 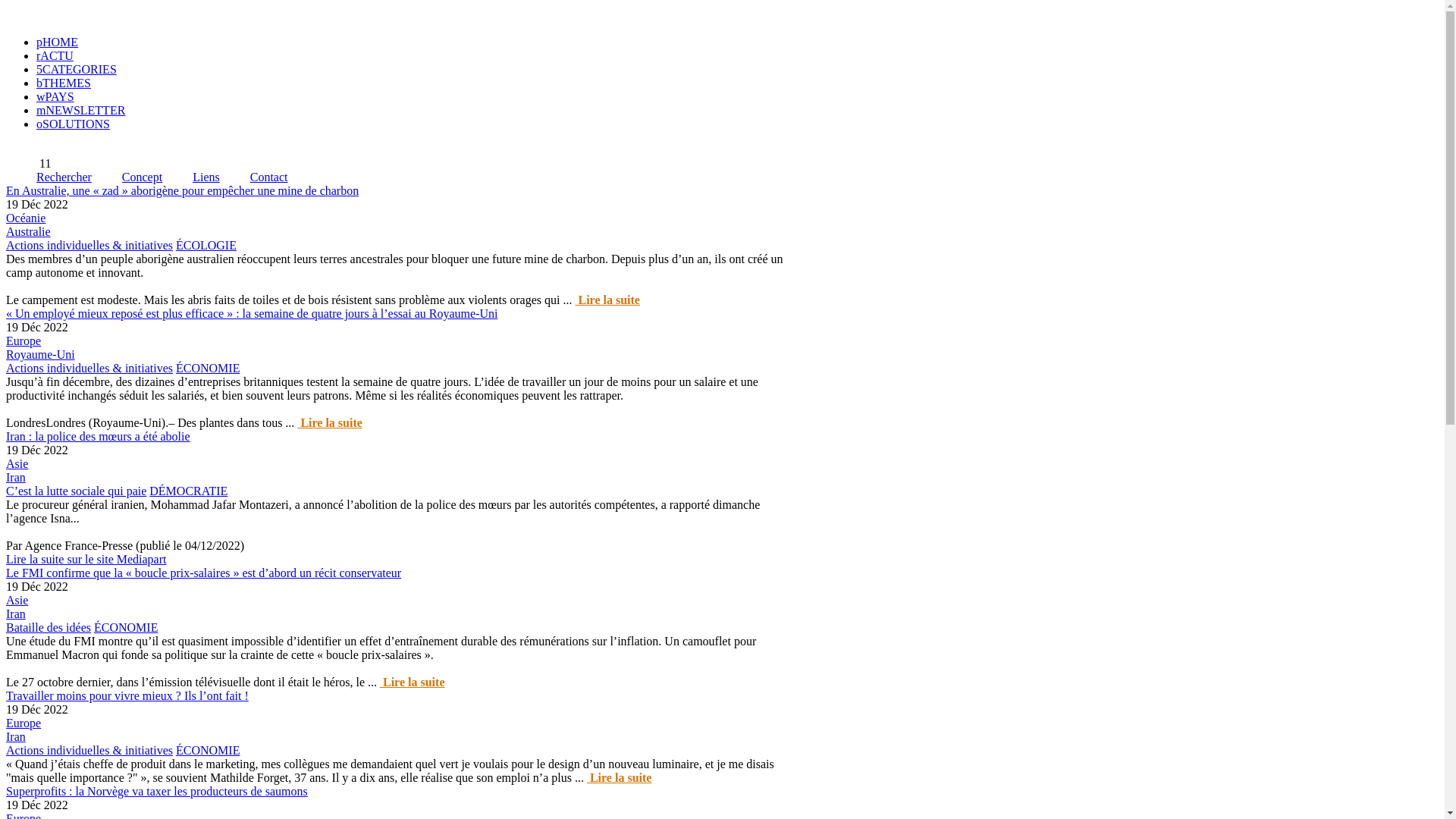 What do you see at coordinates (62, 83) in the screenshot?
I see `'bTHEMES'` at bounding box center [62, 83].